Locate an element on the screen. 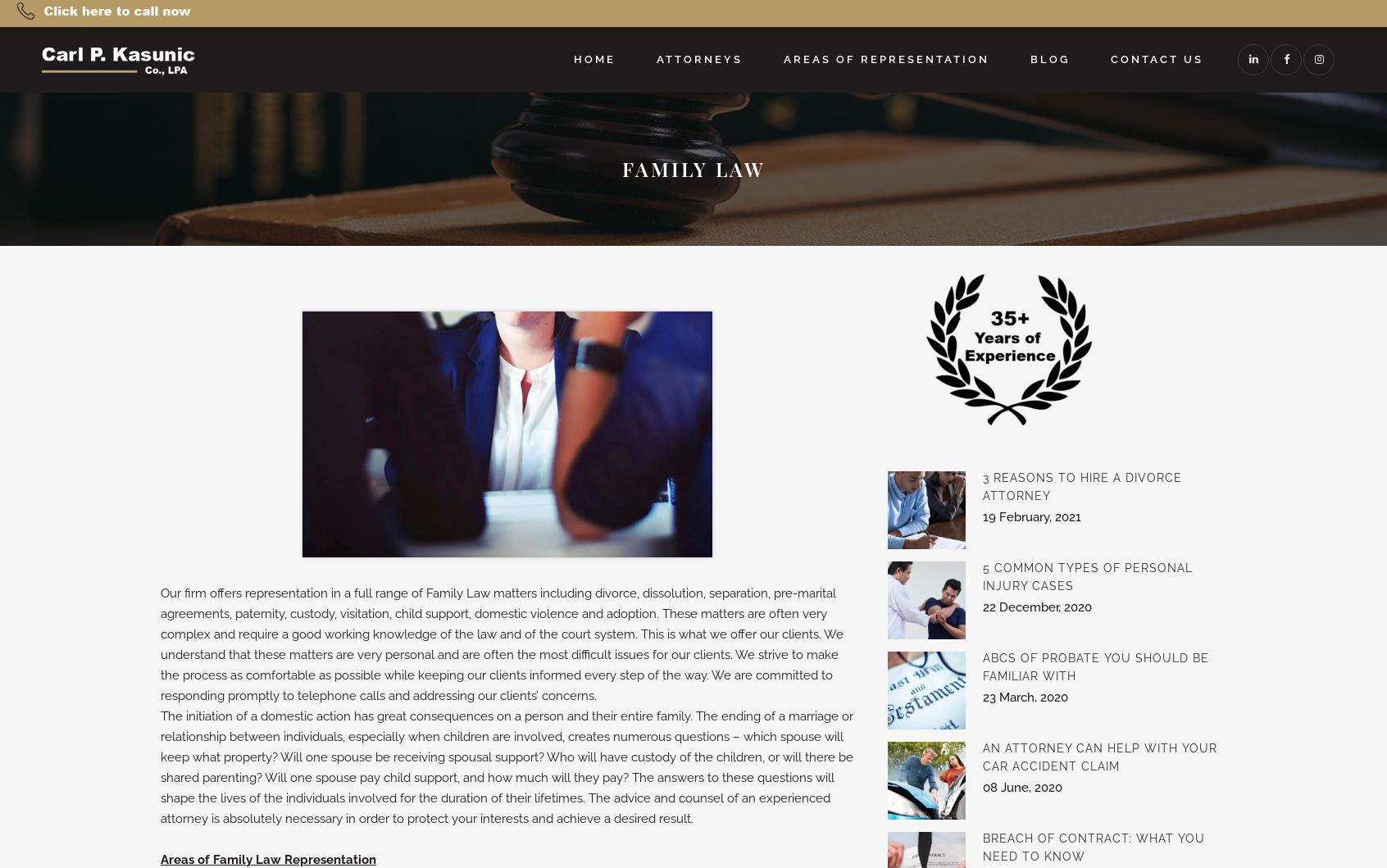 The width and height of the screenshot is (1387, 868). '22 December, 2020' is located at coordinates (1036, 607).